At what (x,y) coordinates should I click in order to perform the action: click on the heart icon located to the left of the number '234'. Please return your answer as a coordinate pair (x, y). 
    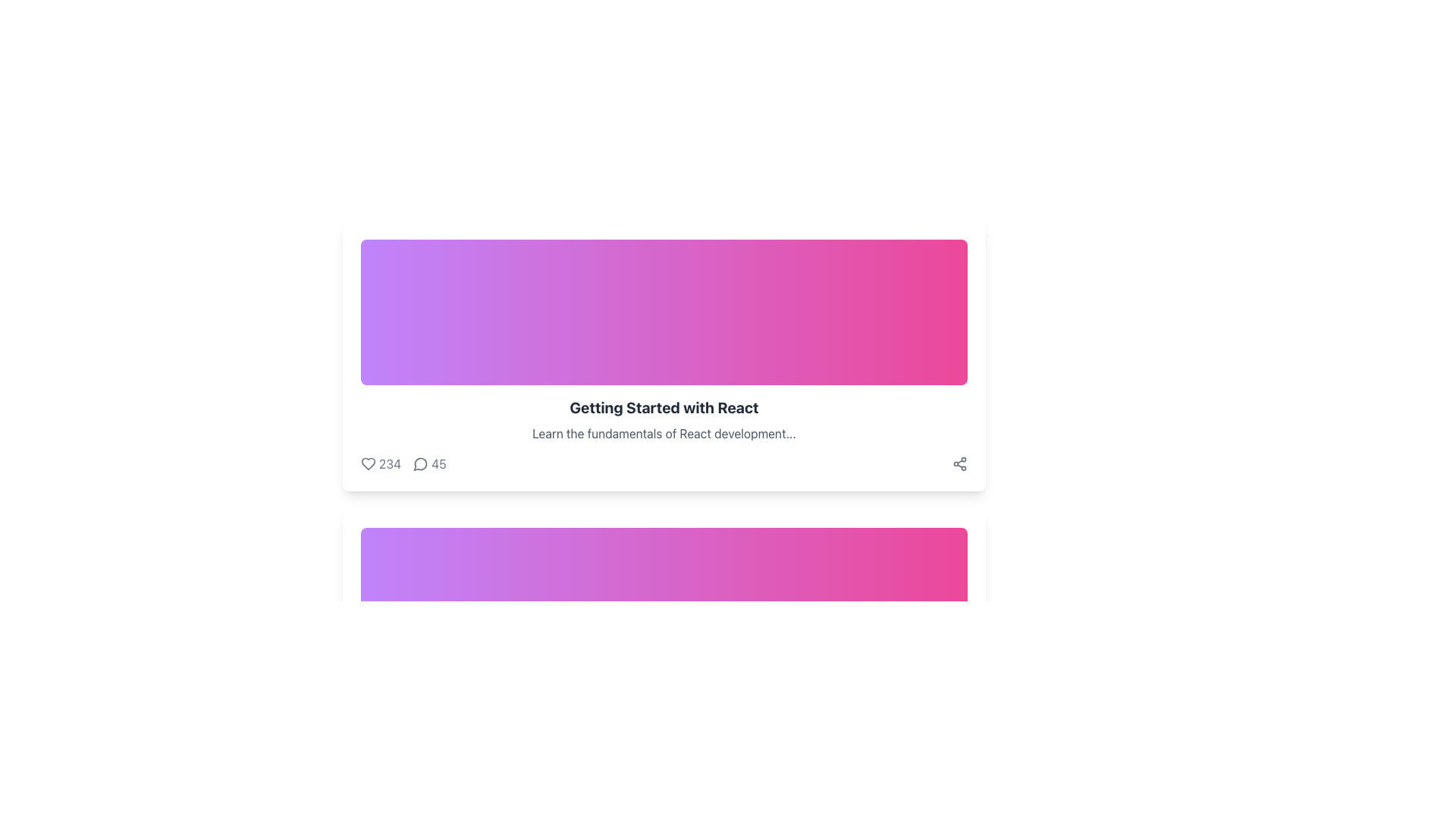
    Looking at the image, I should click on (368, 463).